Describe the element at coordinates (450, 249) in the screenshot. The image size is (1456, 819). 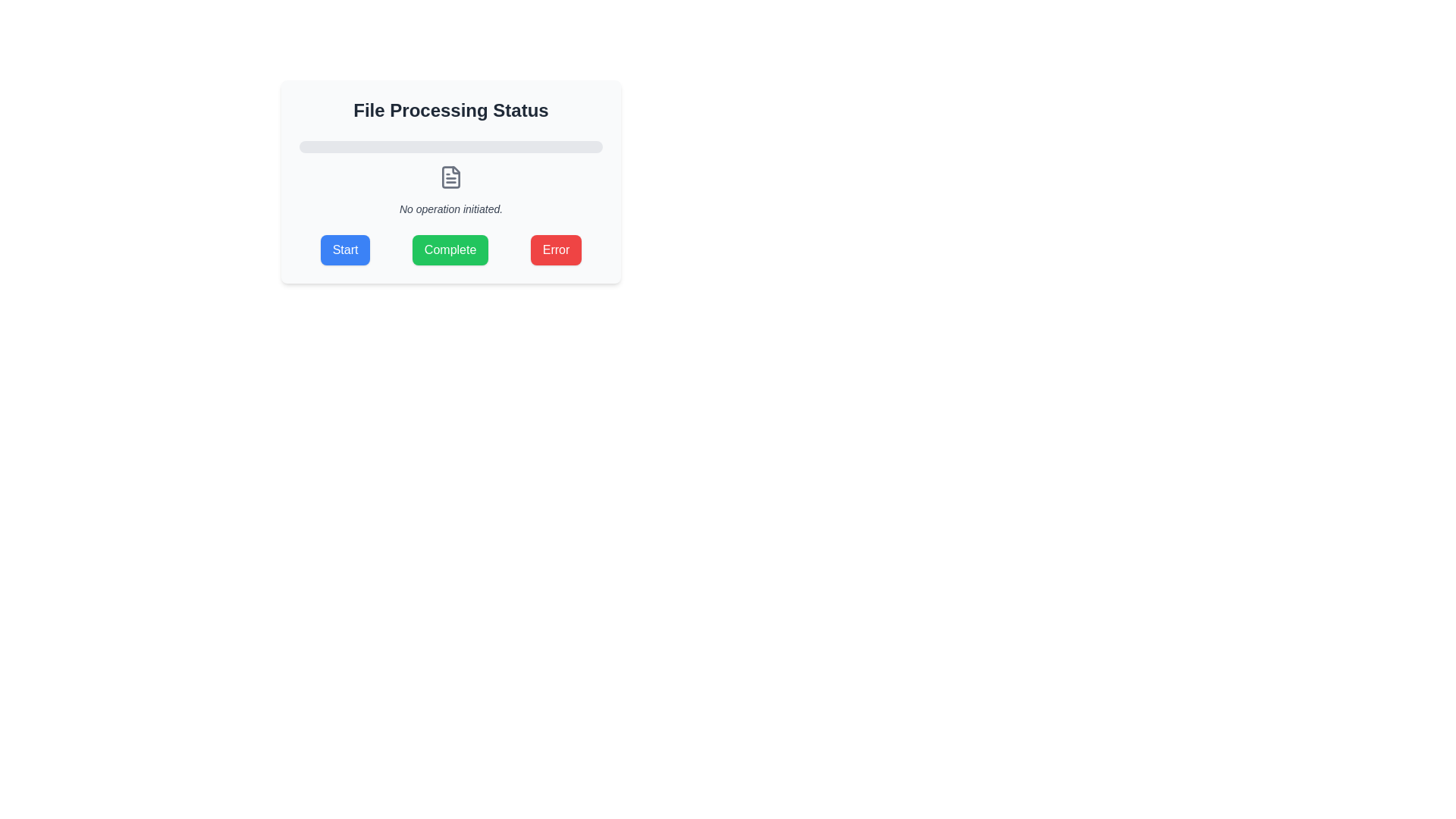
I see `the 'Complete' button, which is centrally located among three buttons labeled 'Start', 'Complete', and 'Error', to observe the hover effect` at that location.